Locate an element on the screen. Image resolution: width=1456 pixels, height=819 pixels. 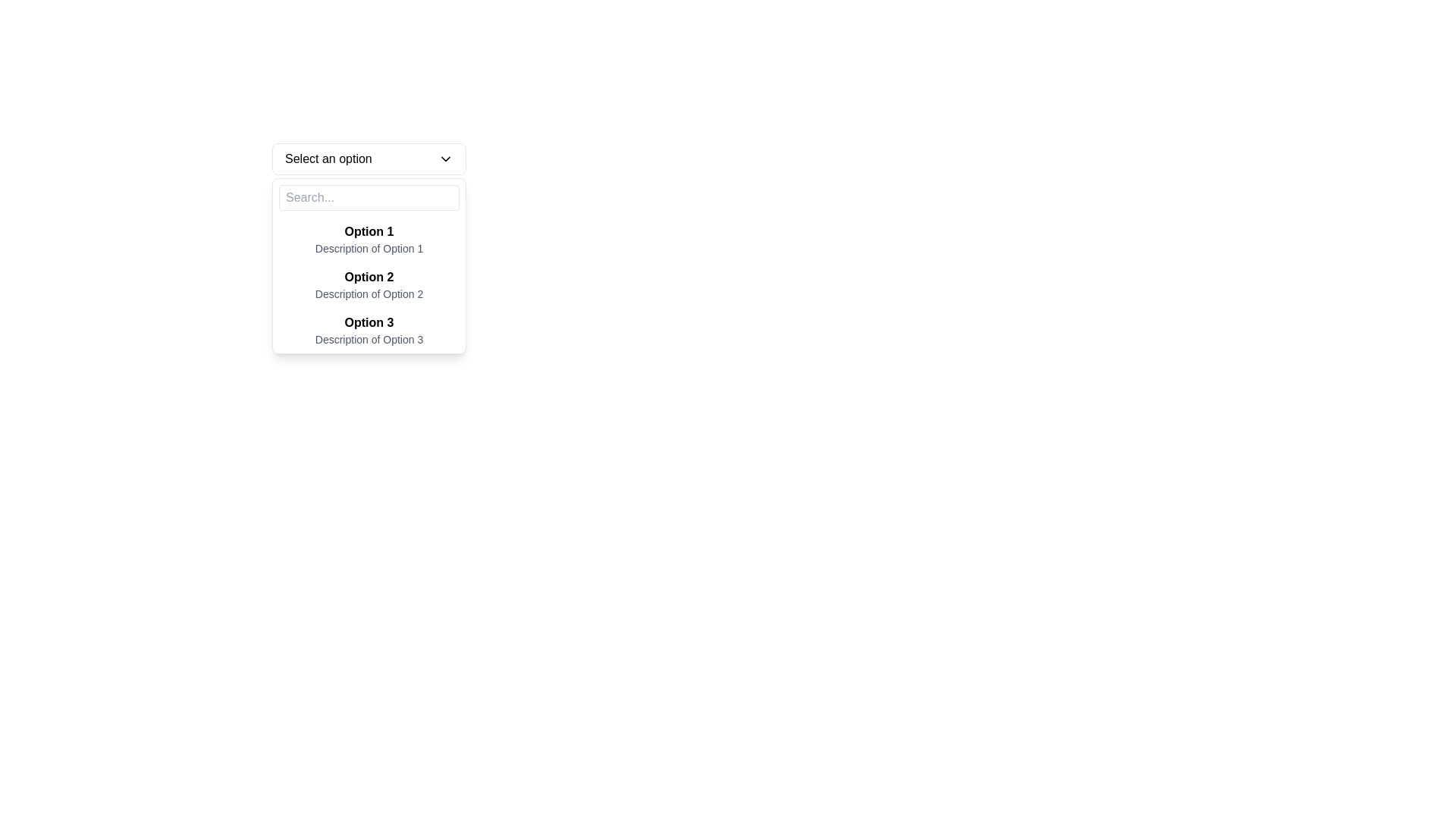
the third item in the dropdown menu, which represents 'Option 3' is located at coordinates (369, 329).